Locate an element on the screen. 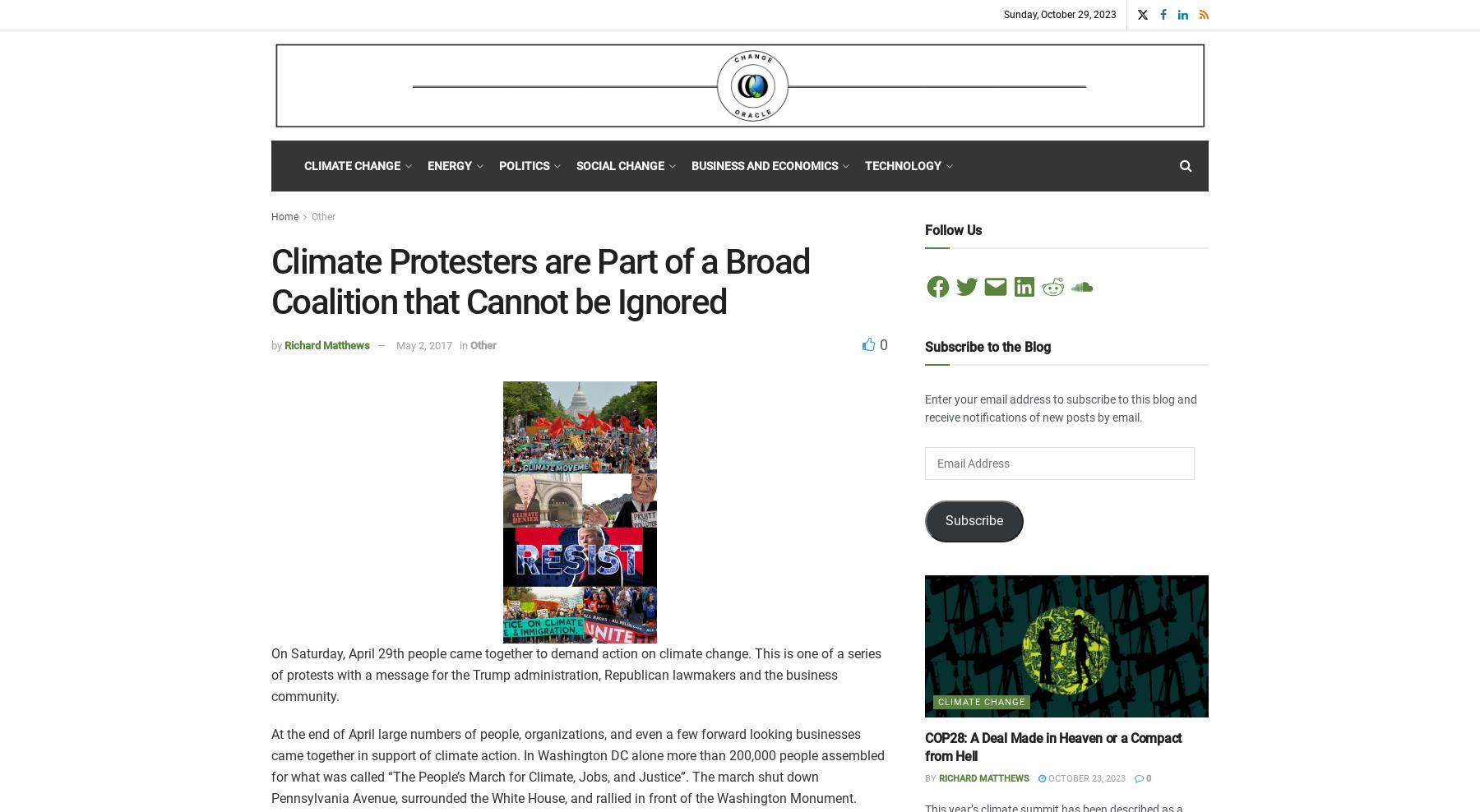 Image resolution: width=1480 pixels, height=812 pixels. 'Home' is located at coordinates (284, 215).